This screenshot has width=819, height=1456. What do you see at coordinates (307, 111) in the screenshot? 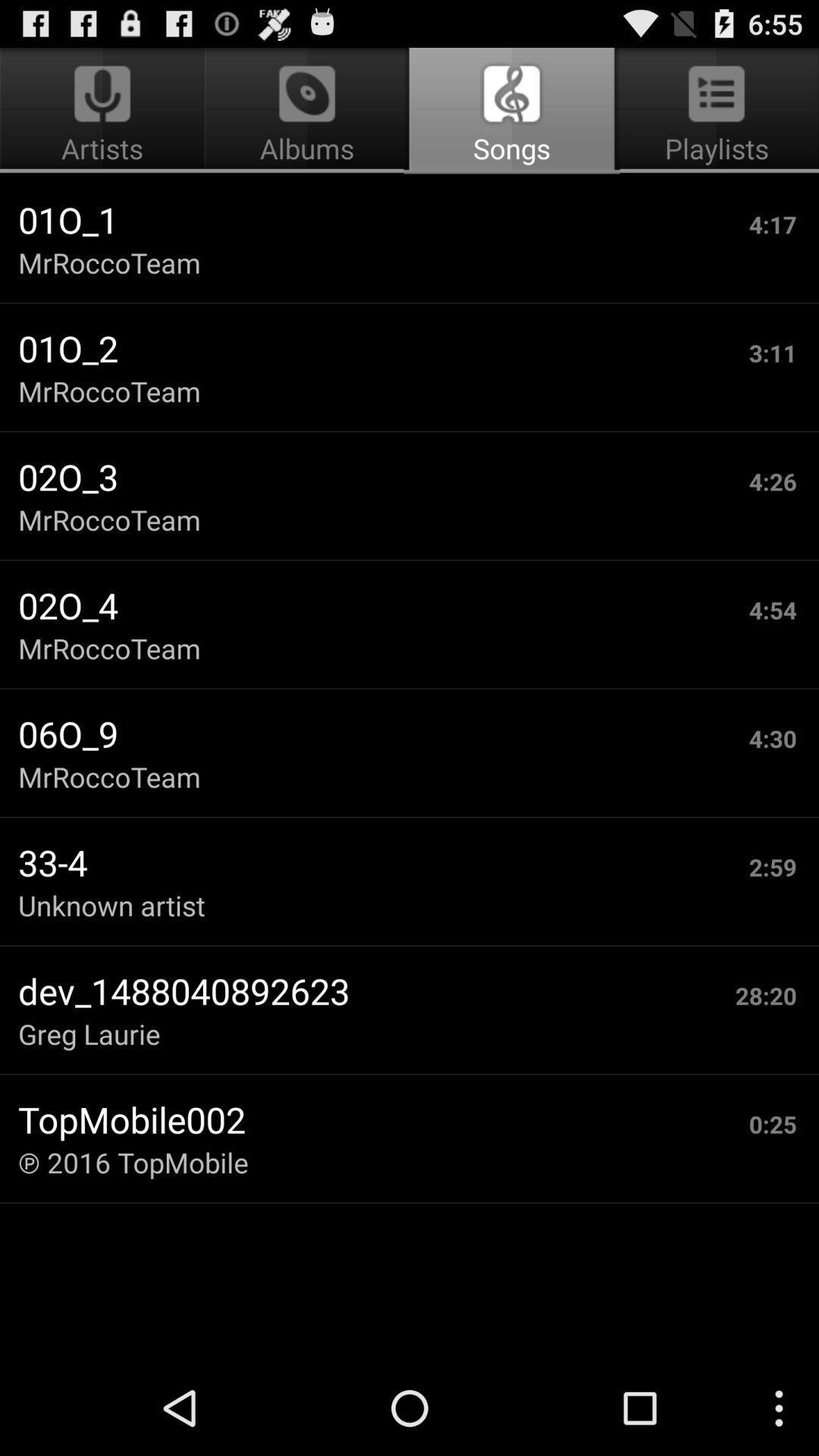
I see `albums app` at bounding box center [307, 111].